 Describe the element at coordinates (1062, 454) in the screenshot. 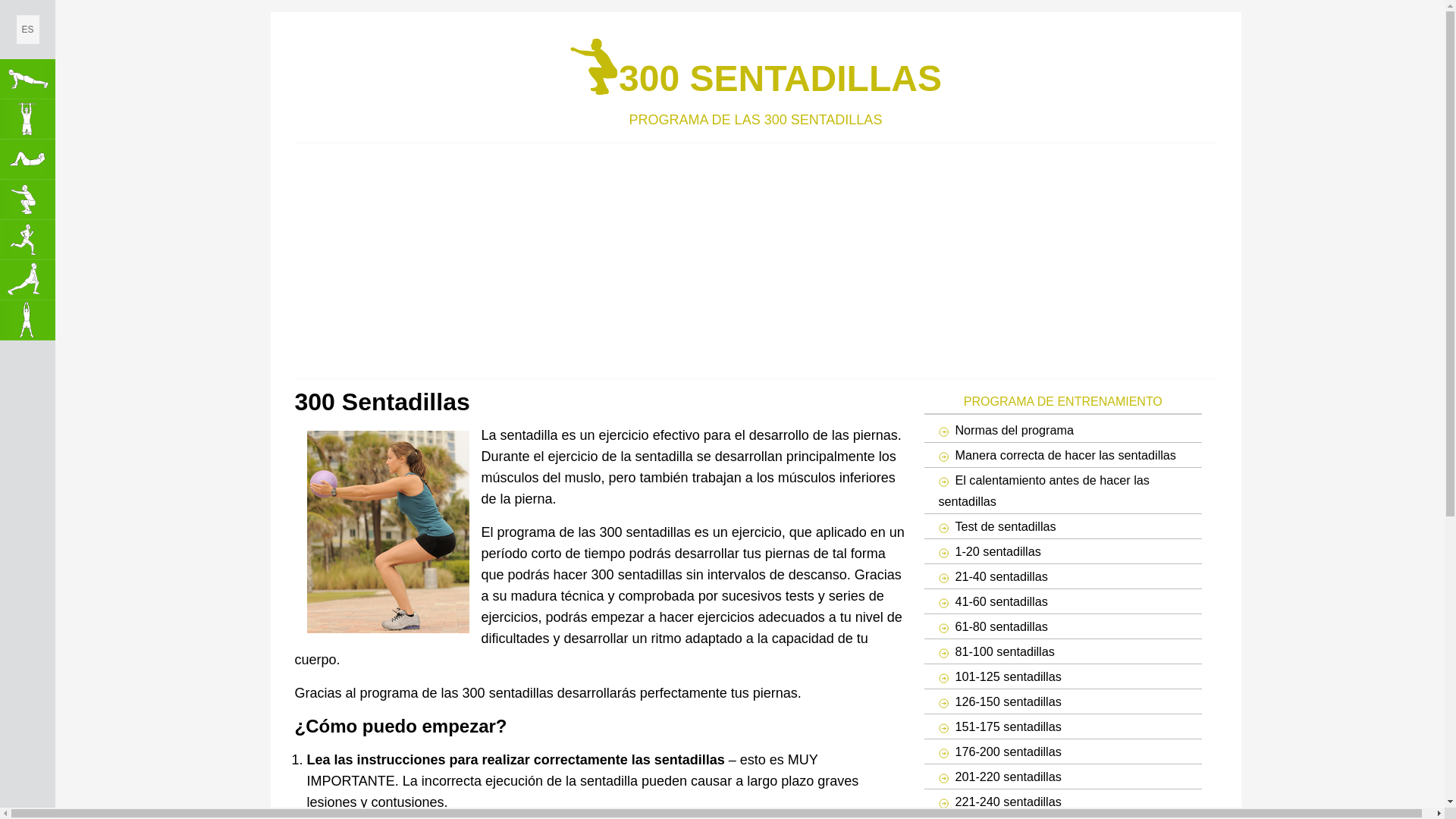

I see `'Manera correcta de hacer las sentadillas'` at that location.